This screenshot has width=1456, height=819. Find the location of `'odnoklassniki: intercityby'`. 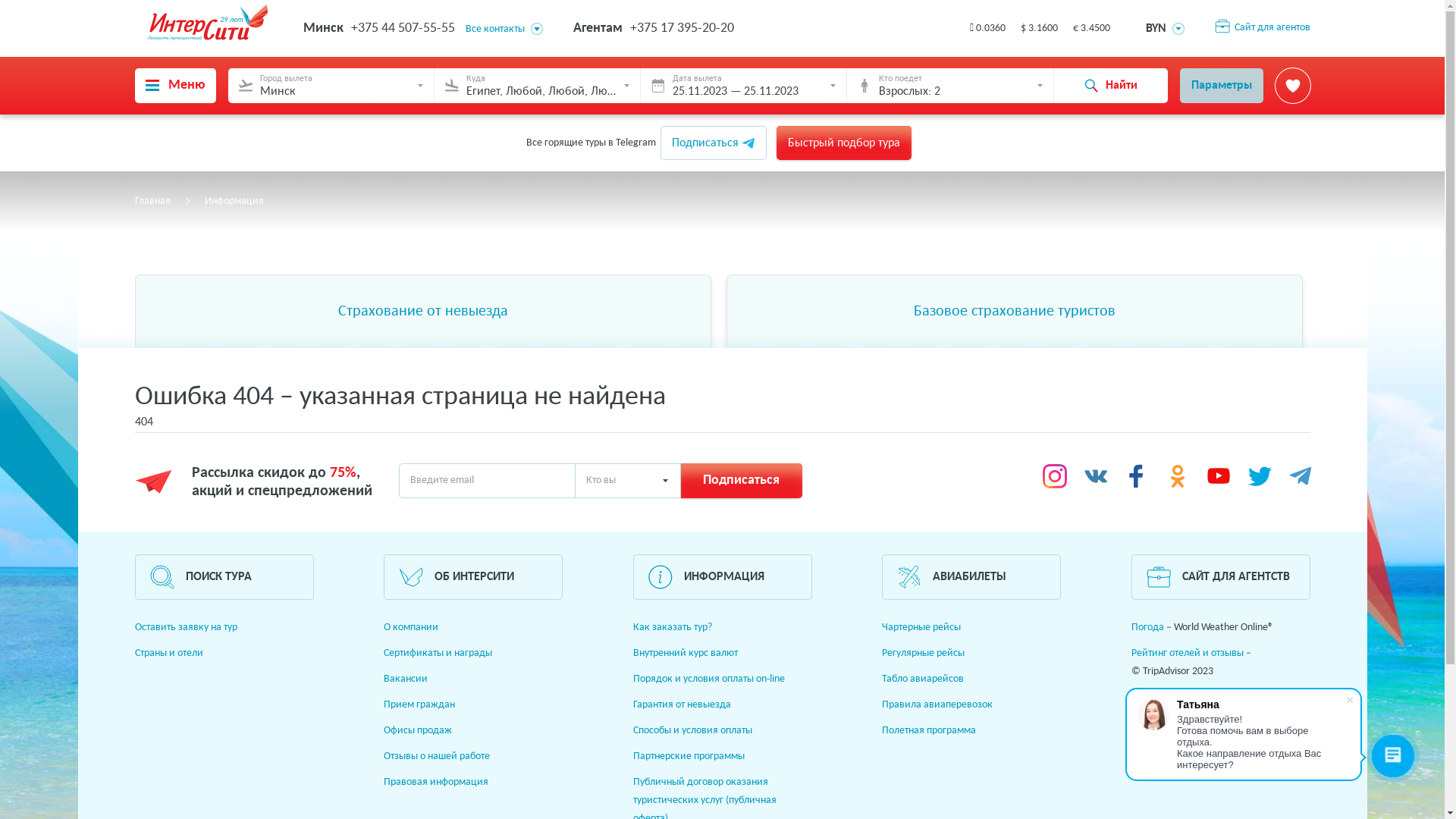

'odnoklassniki: intercityby' is located at coordinates (1177, 475).